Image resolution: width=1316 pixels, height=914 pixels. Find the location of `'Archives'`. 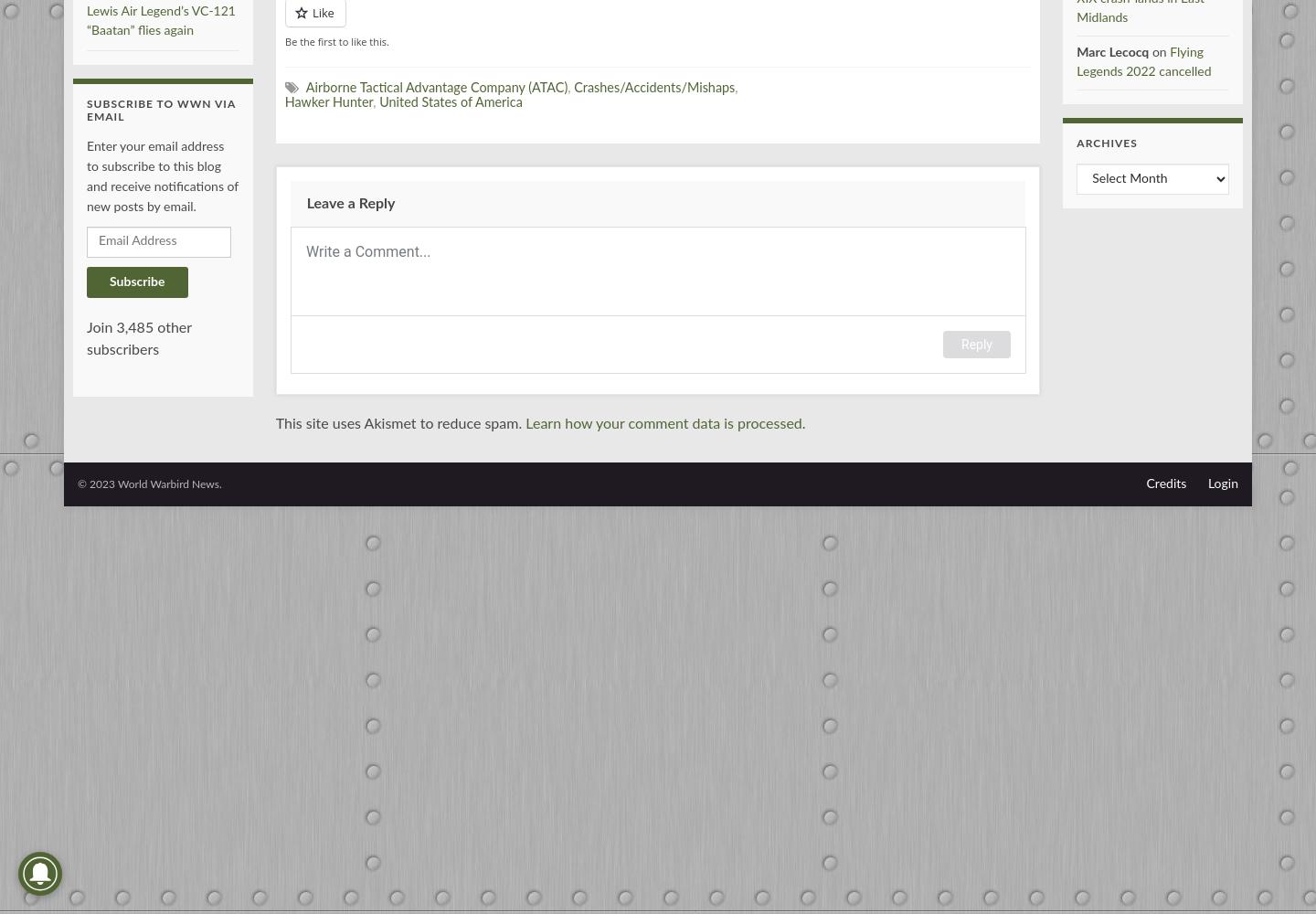

'Archives' is located at coordinates (1077, 143).